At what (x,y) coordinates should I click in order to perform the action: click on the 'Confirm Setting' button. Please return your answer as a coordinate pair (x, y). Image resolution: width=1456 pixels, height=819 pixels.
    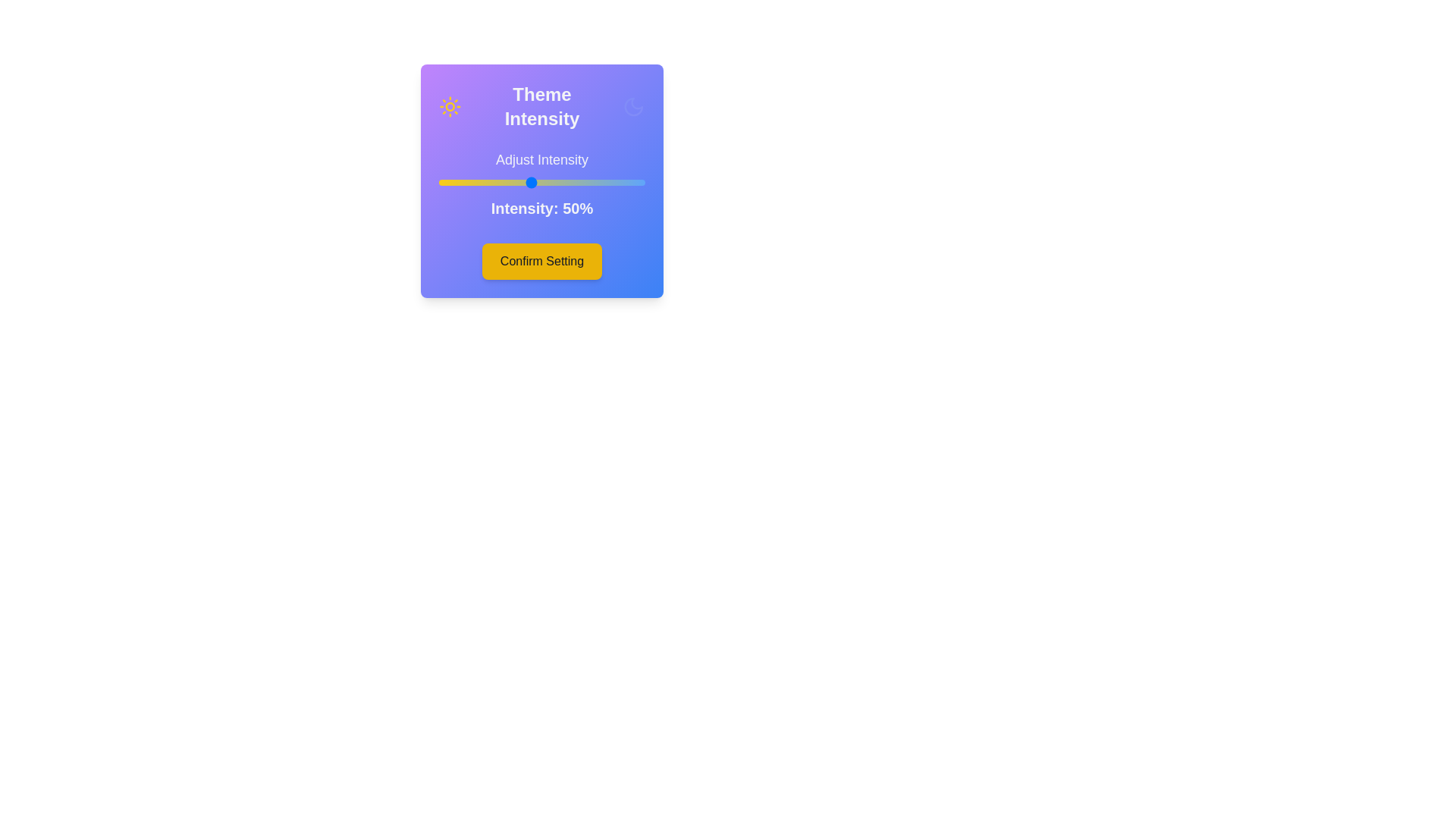
    Looking at the image, I should click on (542, 260).